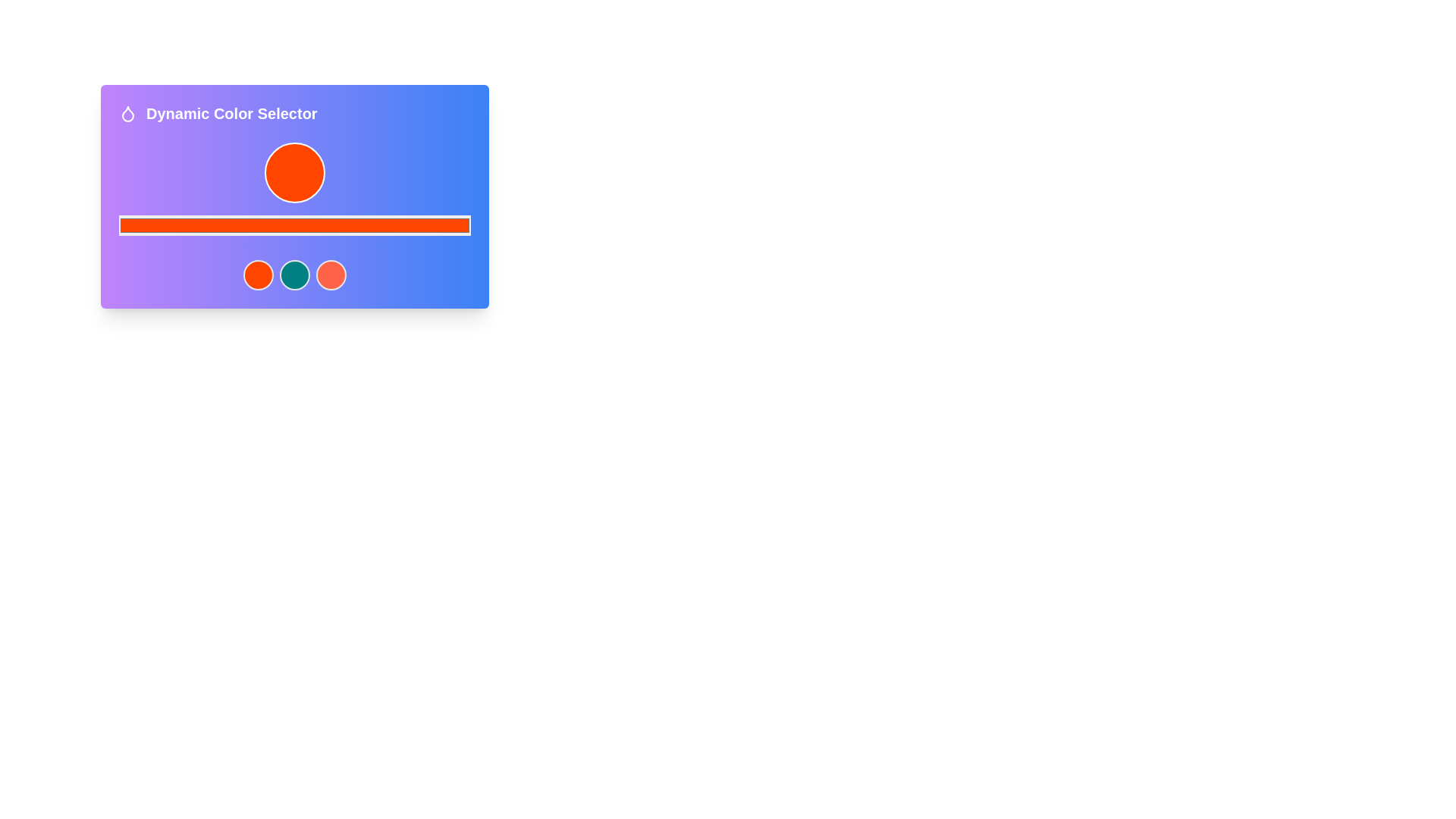  Describe the element at coordinates (127, 113) in the screenshot. I see `the droplet-shaped icon with a white outline next to the text 'Dynamic Color Selector'` at that location.